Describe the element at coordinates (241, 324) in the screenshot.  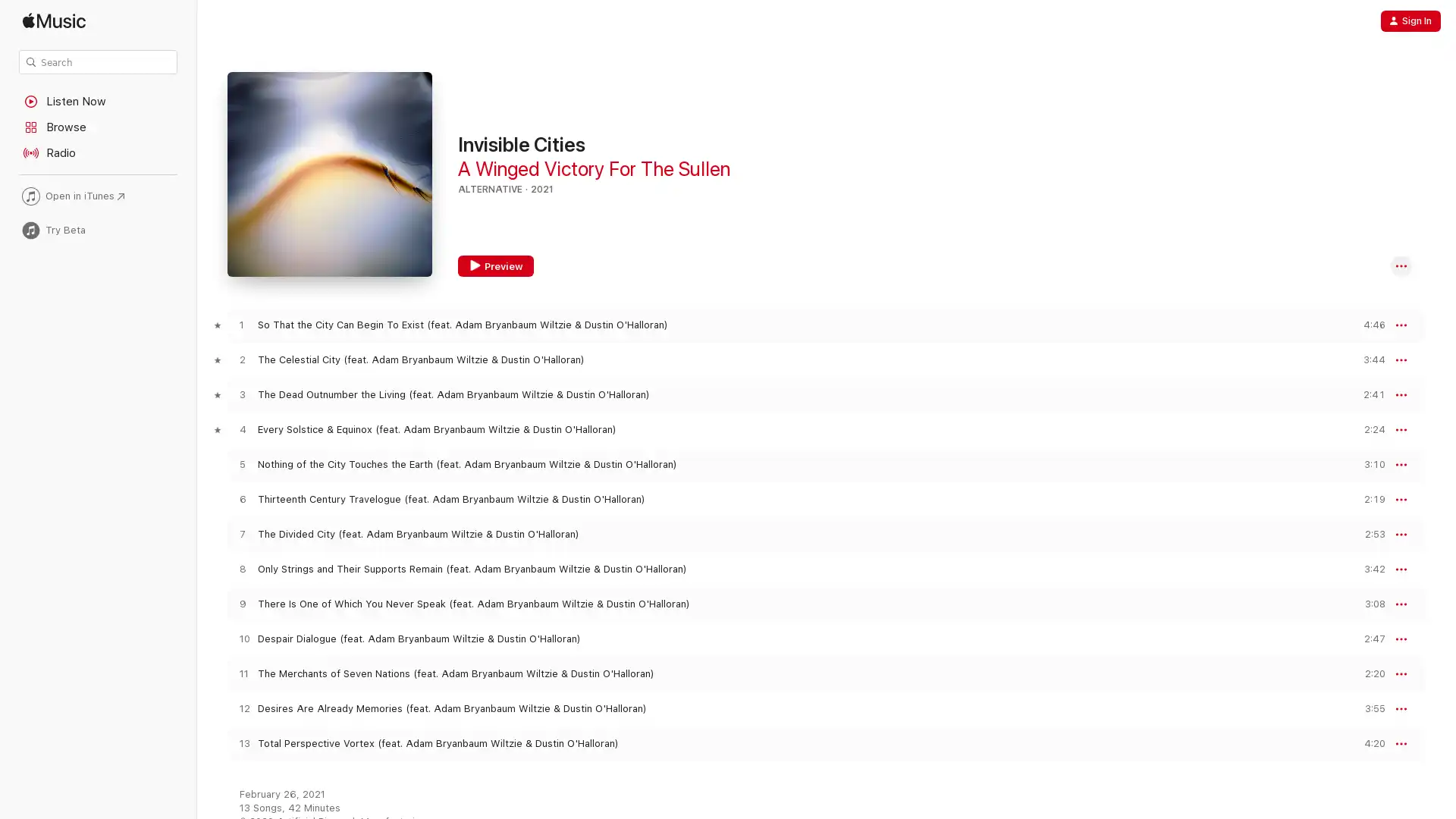
I see `Play` at that location.